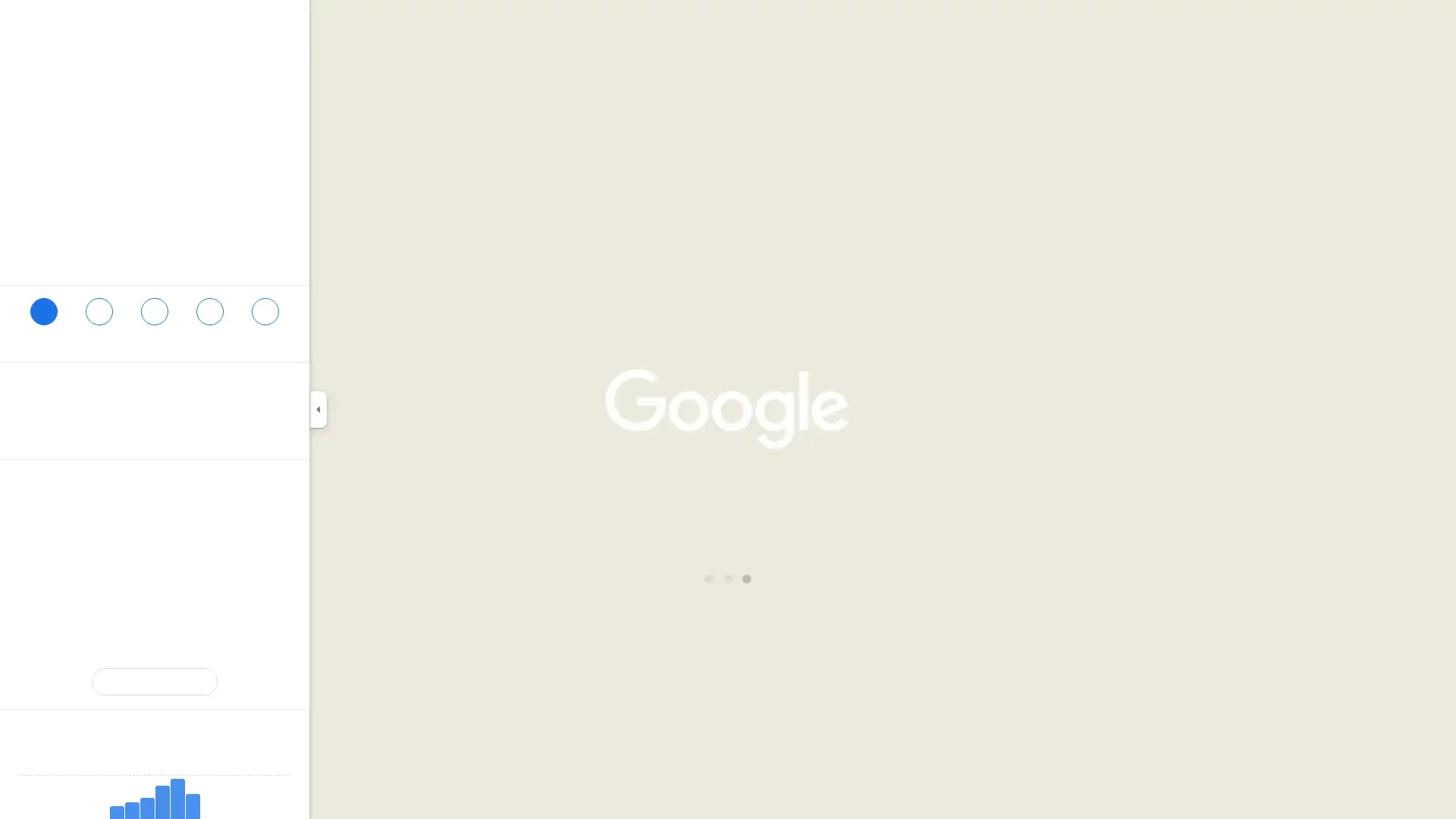  Describe the element at coordinates (287, 788) in the screenshot. I see `Go to the next day` at that location.